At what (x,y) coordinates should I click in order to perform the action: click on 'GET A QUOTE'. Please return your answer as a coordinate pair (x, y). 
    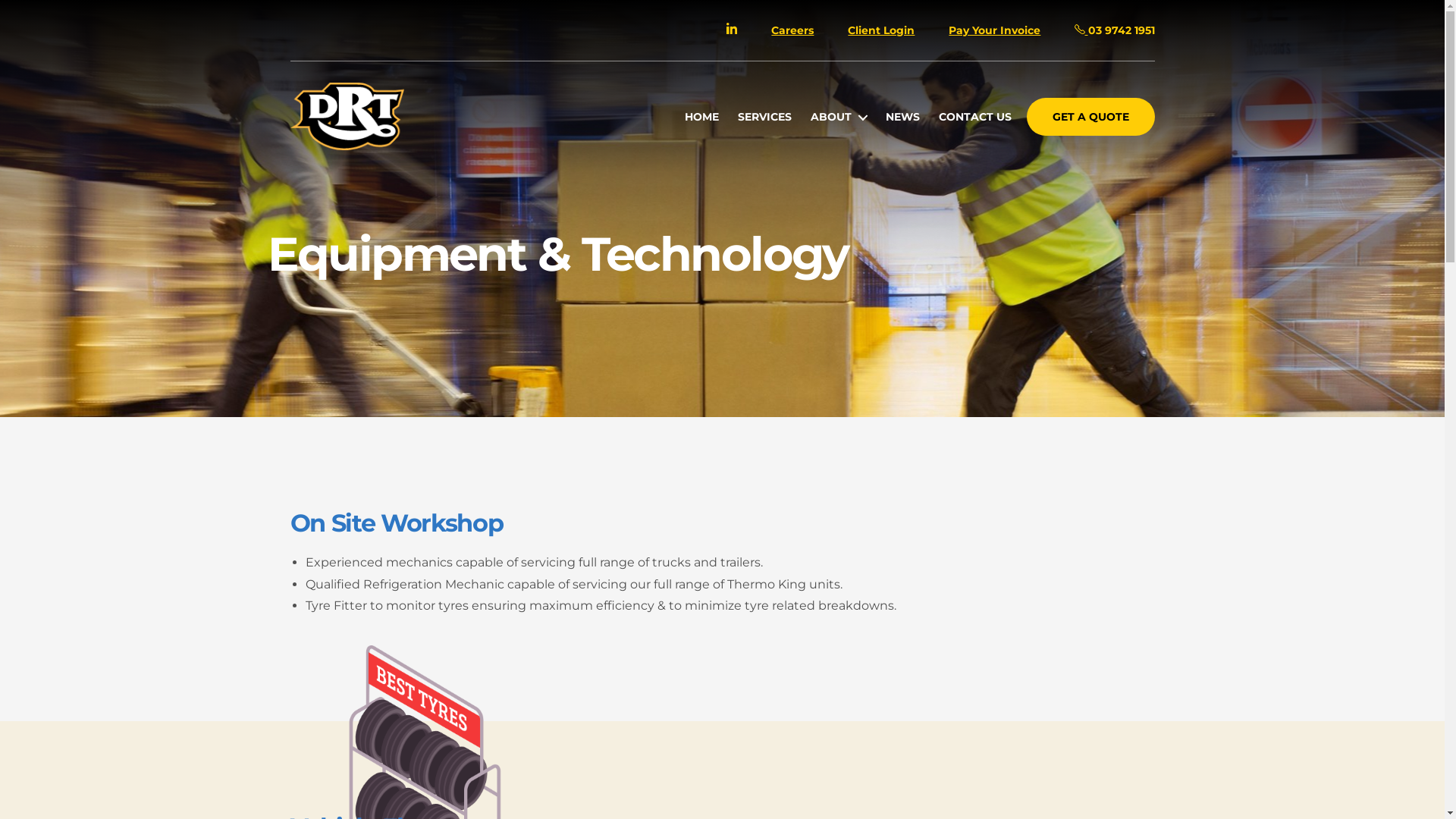
    Looking at the image, I should click on (1090, 116).